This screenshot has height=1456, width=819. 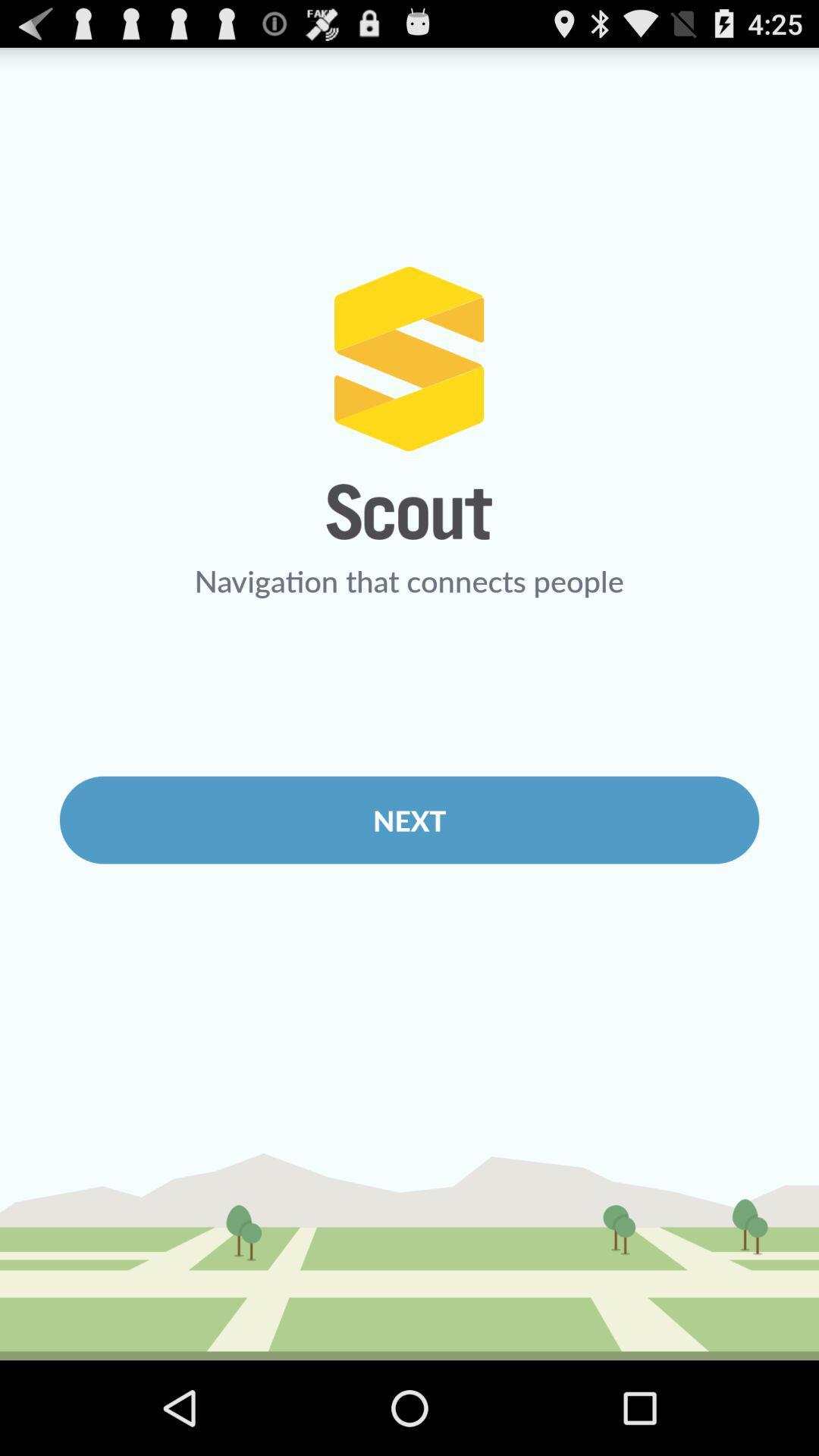 I want to click on next item, so click(x=409, y=819).